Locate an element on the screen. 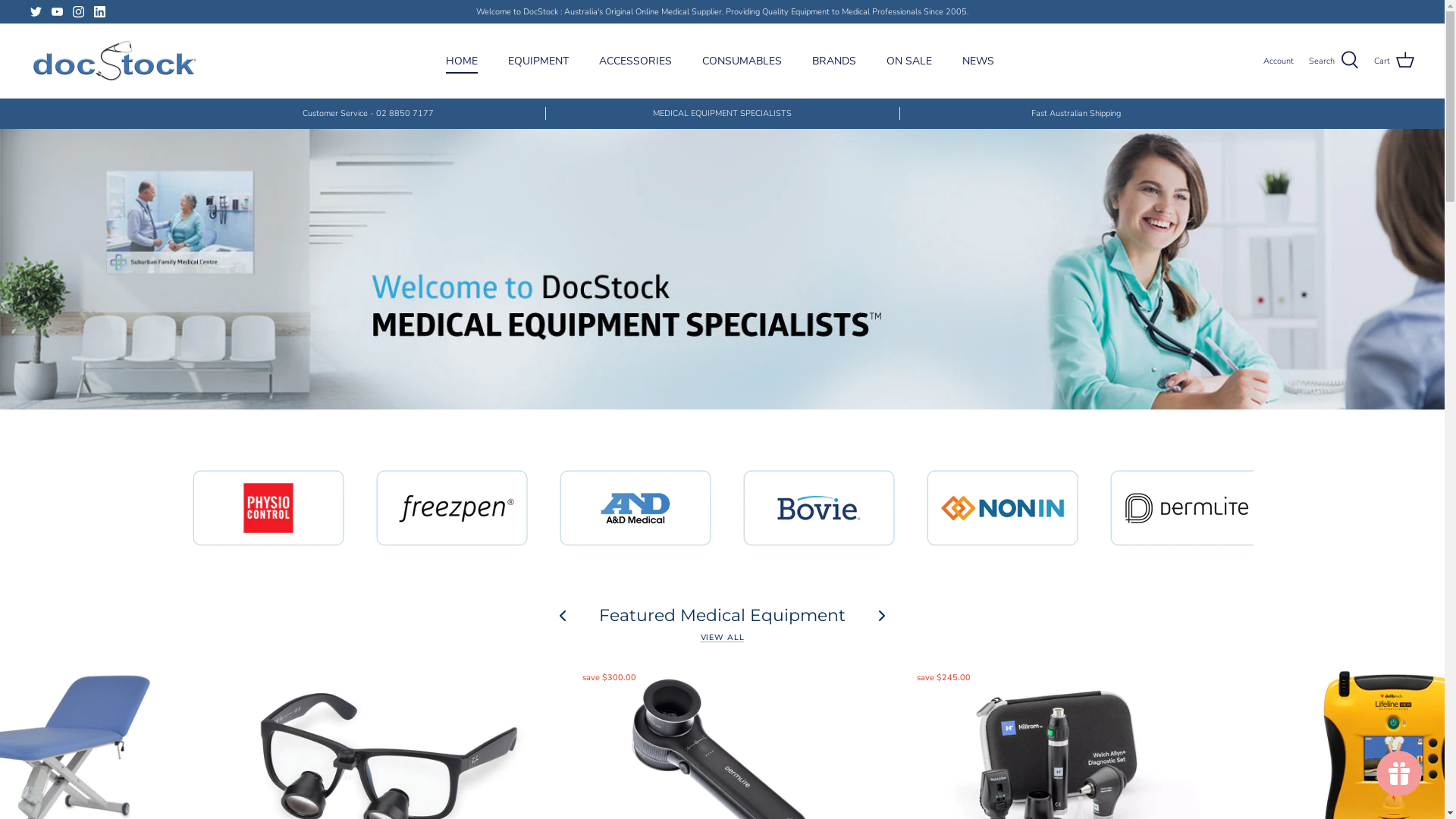  'ACCESSORIES' is located at coordinates (585, 60).